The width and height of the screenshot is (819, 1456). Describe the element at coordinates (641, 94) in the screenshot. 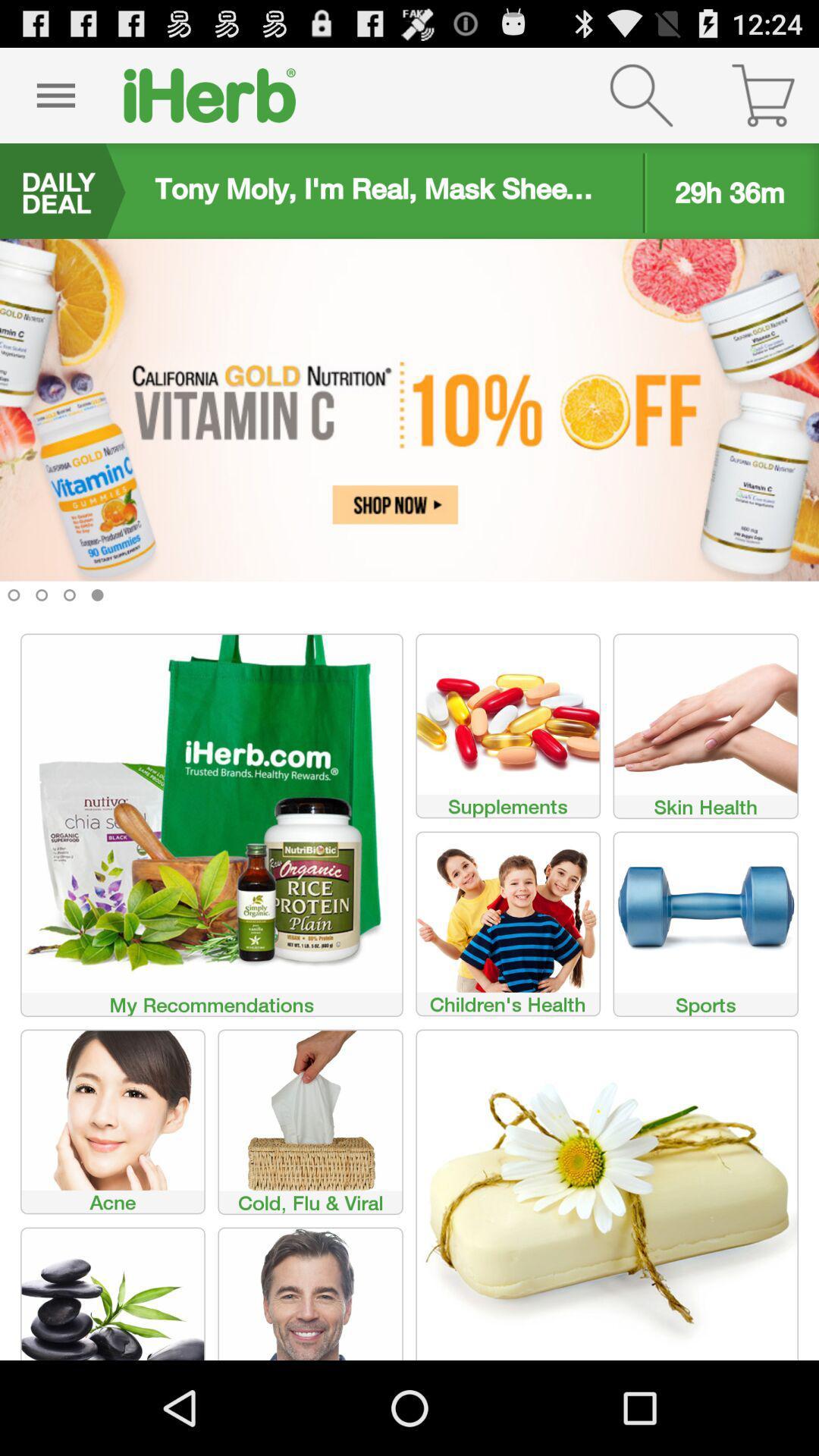

I see `search function` at that location.